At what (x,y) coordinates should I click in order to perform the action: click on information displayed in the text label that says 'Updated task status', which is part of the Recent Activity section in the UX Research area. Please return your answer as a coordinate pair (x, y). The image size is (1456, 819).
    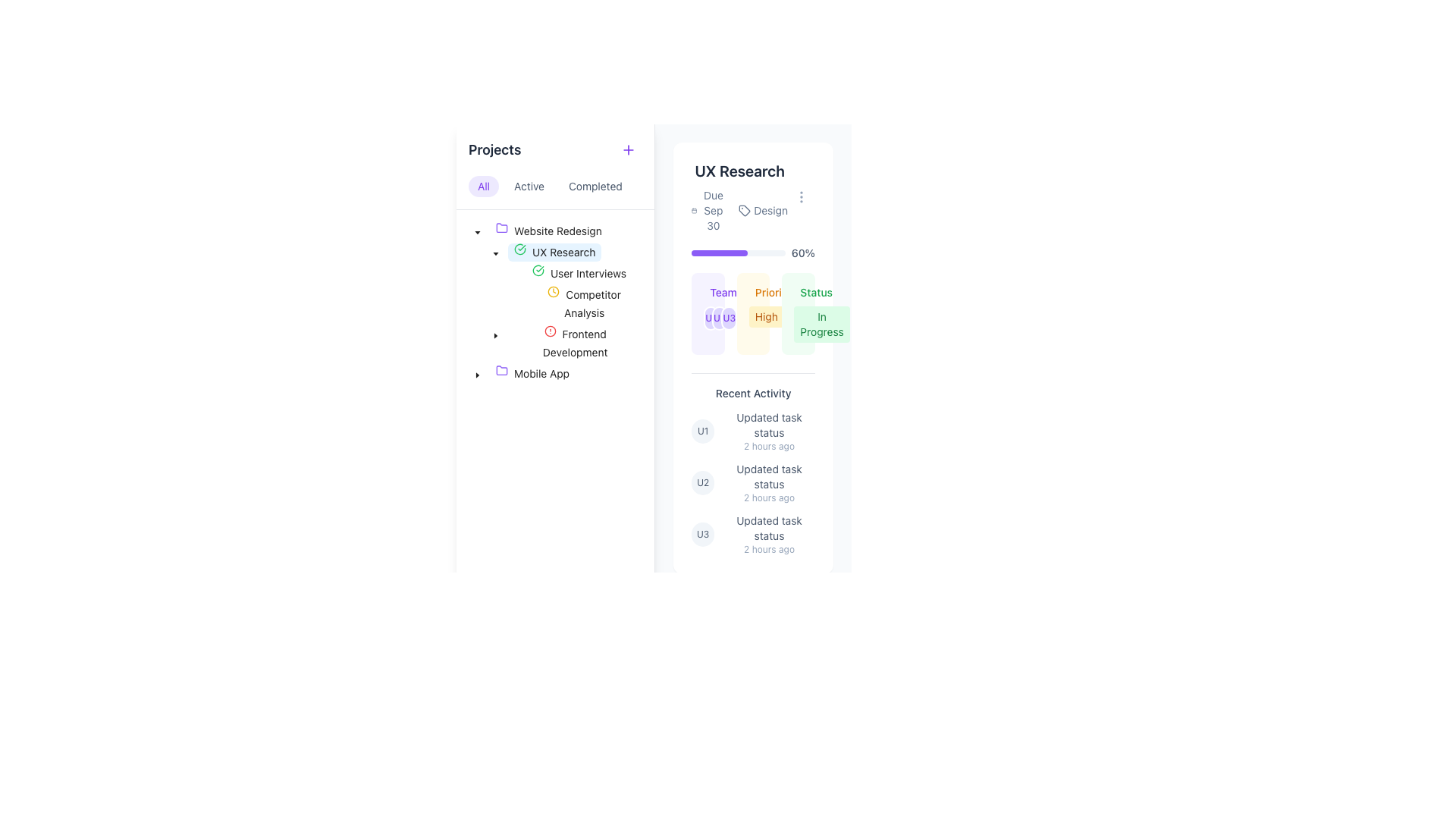
    Looking at the image, I should click on (769, 475).